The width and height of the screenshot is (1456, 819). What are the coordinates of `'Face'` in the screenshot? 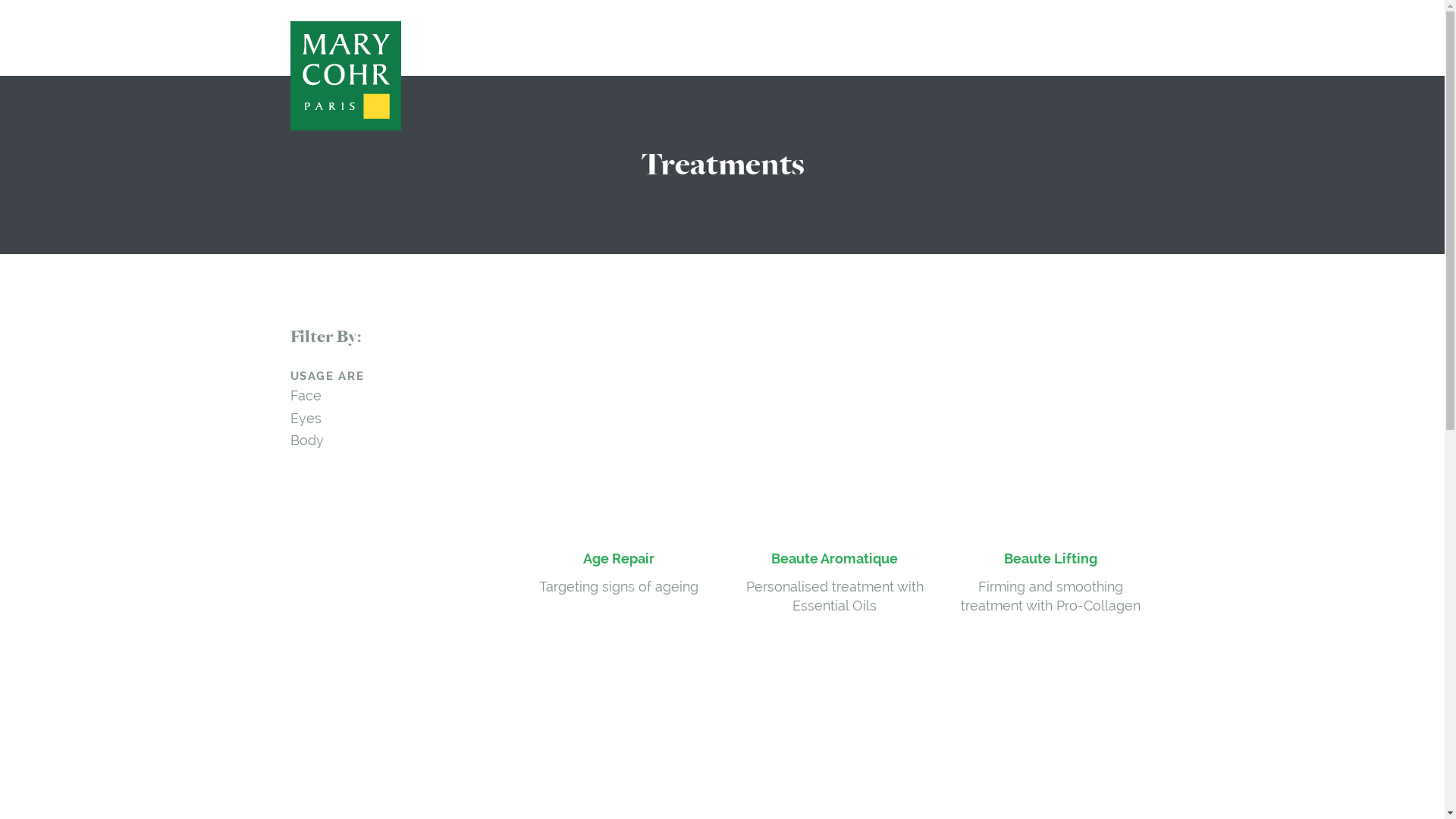 It's located at (304, 394).